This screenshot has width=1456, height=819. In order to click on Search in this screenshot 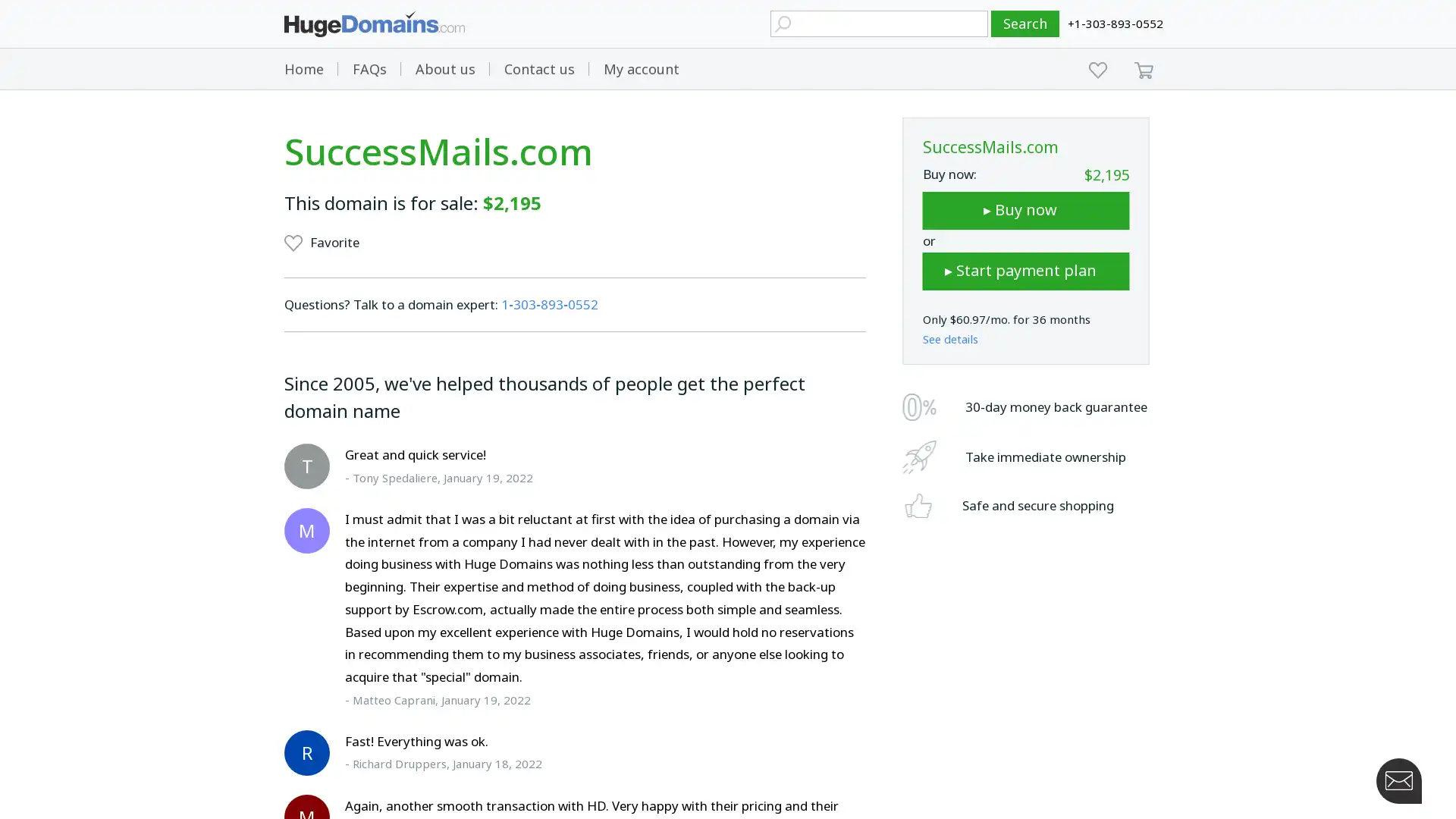, I will do `click(1025, 24)`.